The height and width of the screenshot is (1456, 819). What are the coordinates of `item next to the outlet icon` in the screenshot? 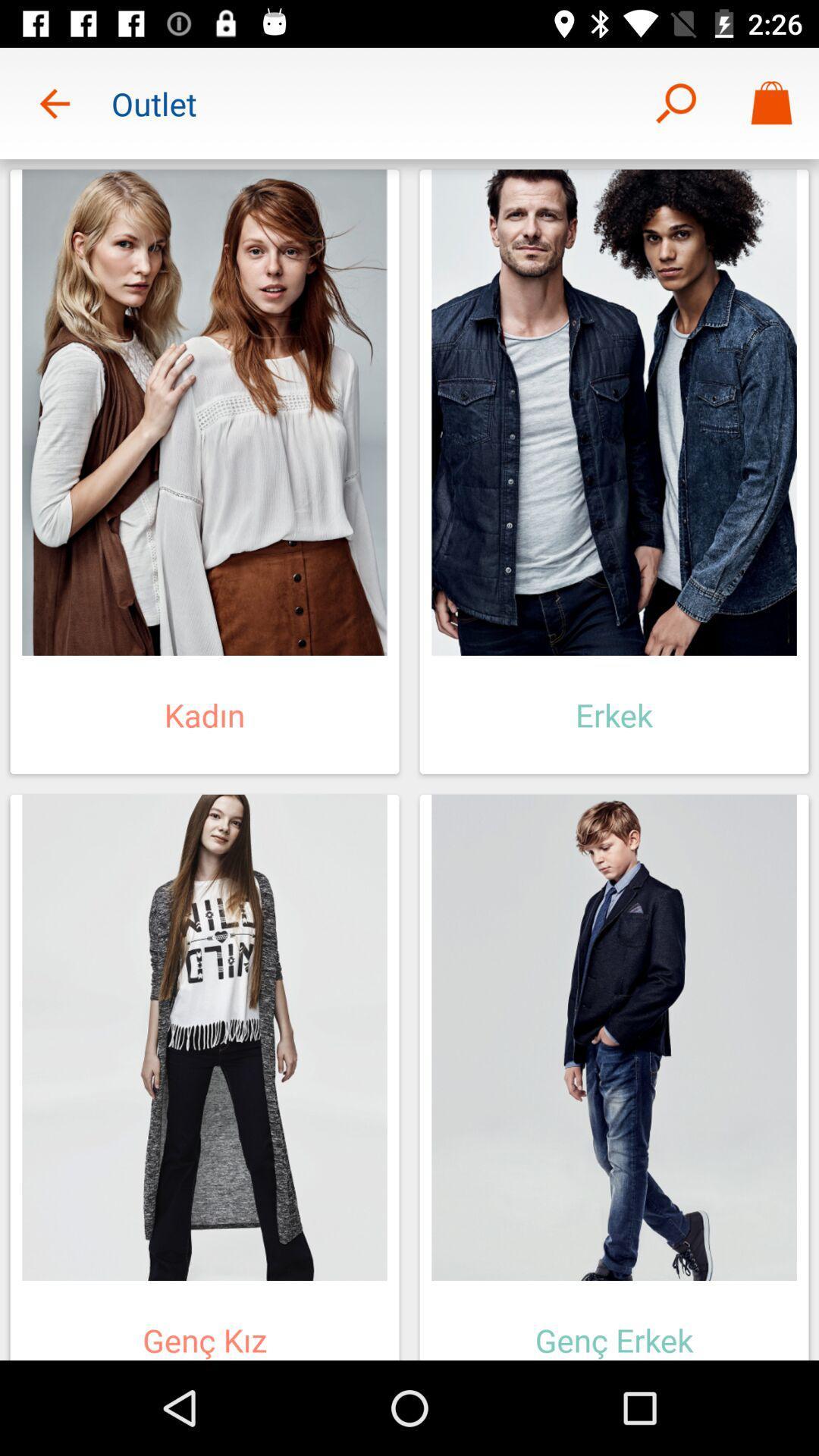 It's located at (675, 102).